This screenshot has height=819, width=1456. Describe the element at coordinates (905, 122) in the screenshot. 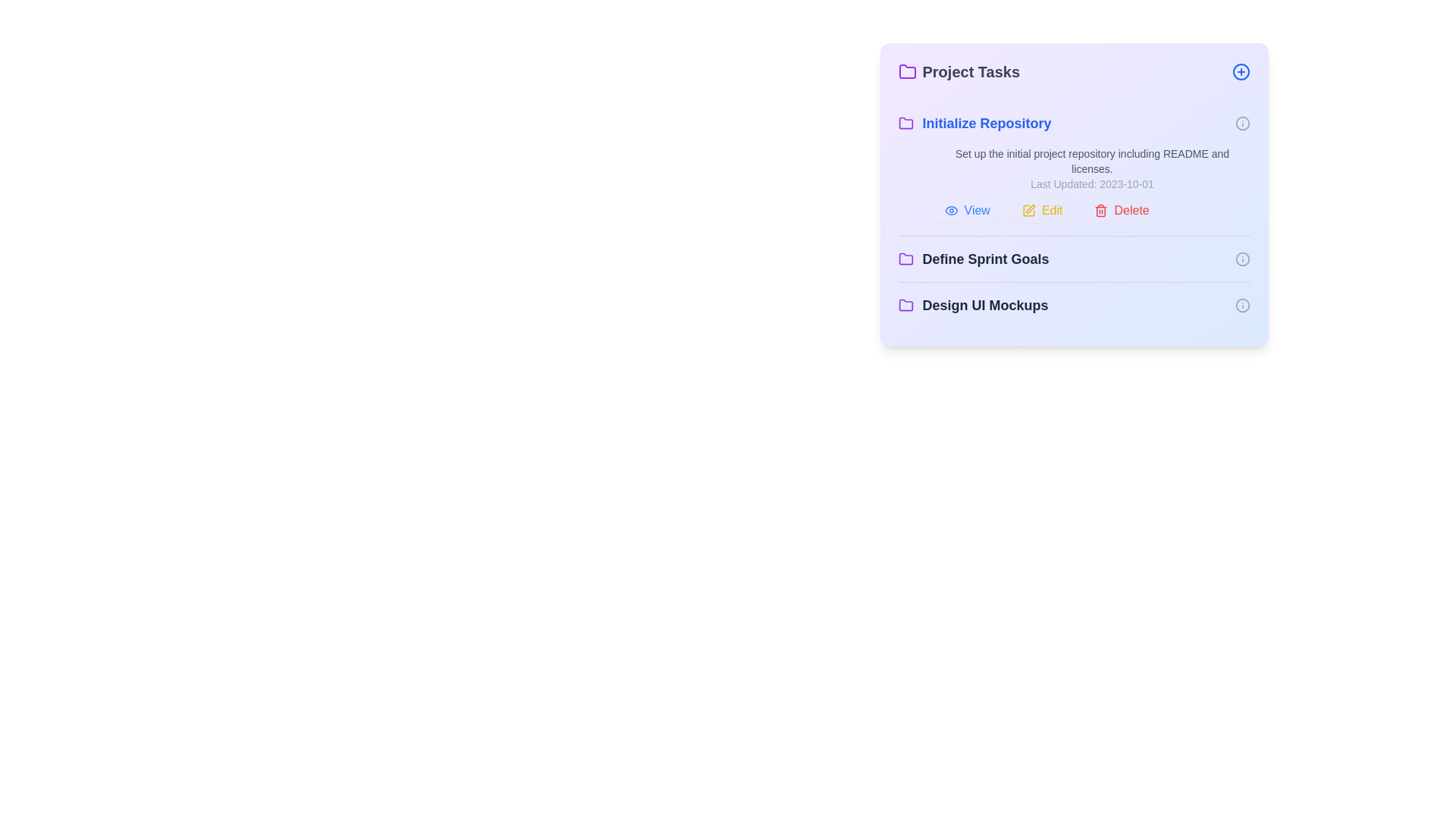

I see `the folder icon representing the project repository, which is the first item under the 'Project Tasks' heading, located to the left of 'Initialize Repository'` at that location.